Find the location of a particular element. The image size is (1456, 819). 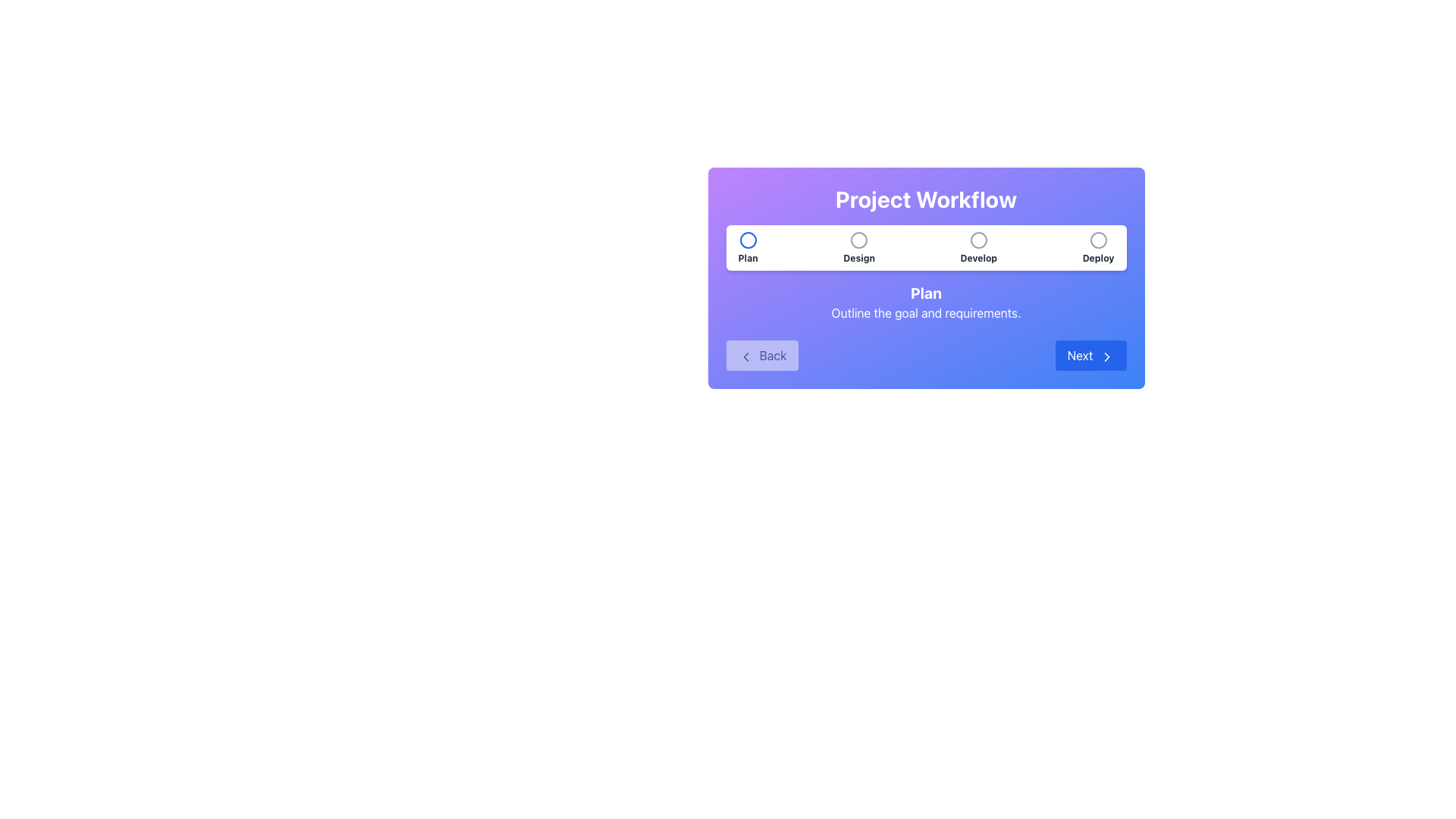

the circular icon labeled 'Design', which is the second element in a horizontally arranged group of icons, located between the 'Plan' and 'Develop' elements is located at coordinates (859, 247).